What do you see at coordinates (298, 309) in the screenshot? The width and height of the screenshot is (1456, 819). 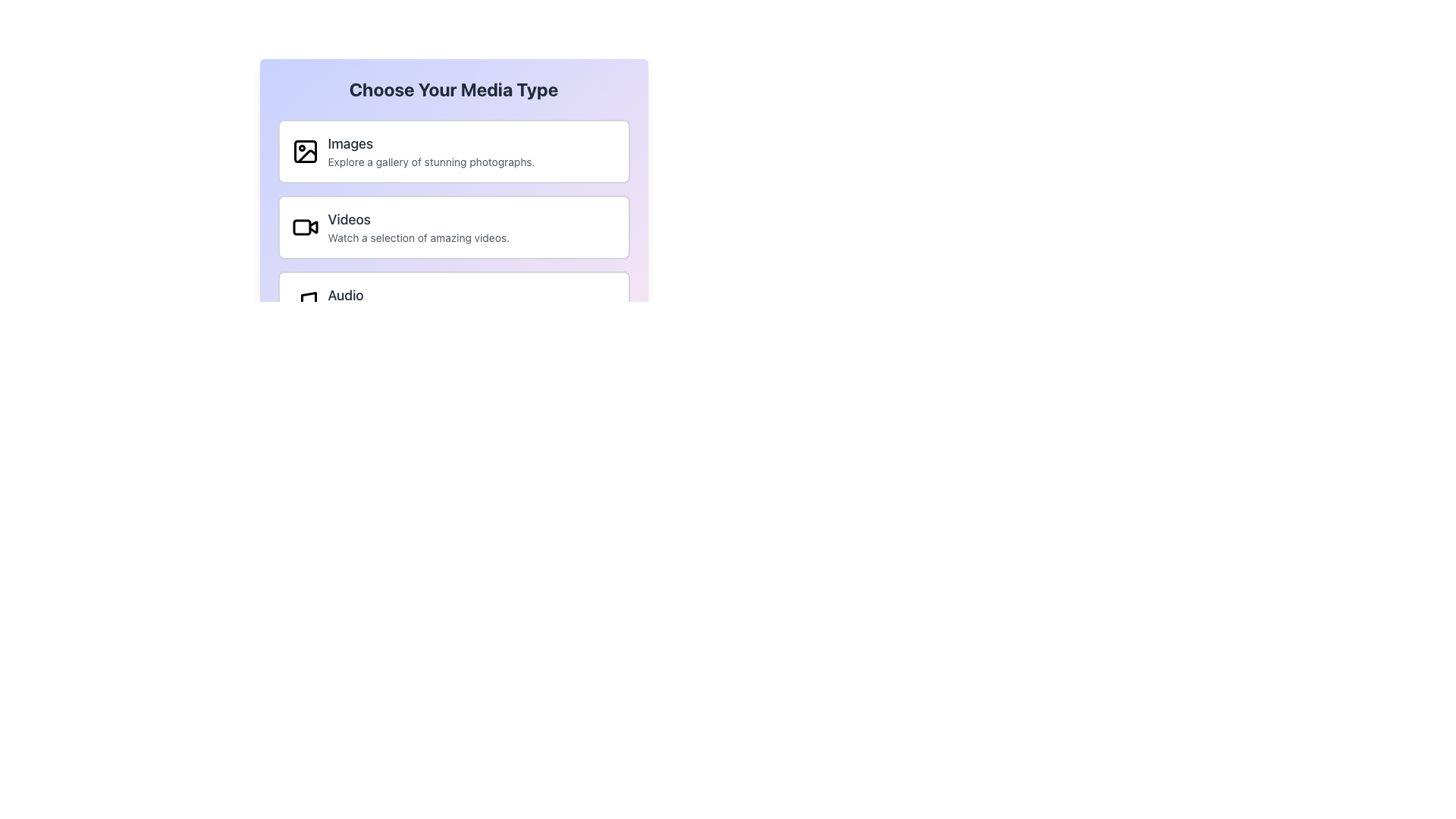 I see `the Circle element within the 'lucide-music' SVG icon, which is located at the bottom-left of the icon in the bottom-right segment of the interface` at bounding box center [298, 309].